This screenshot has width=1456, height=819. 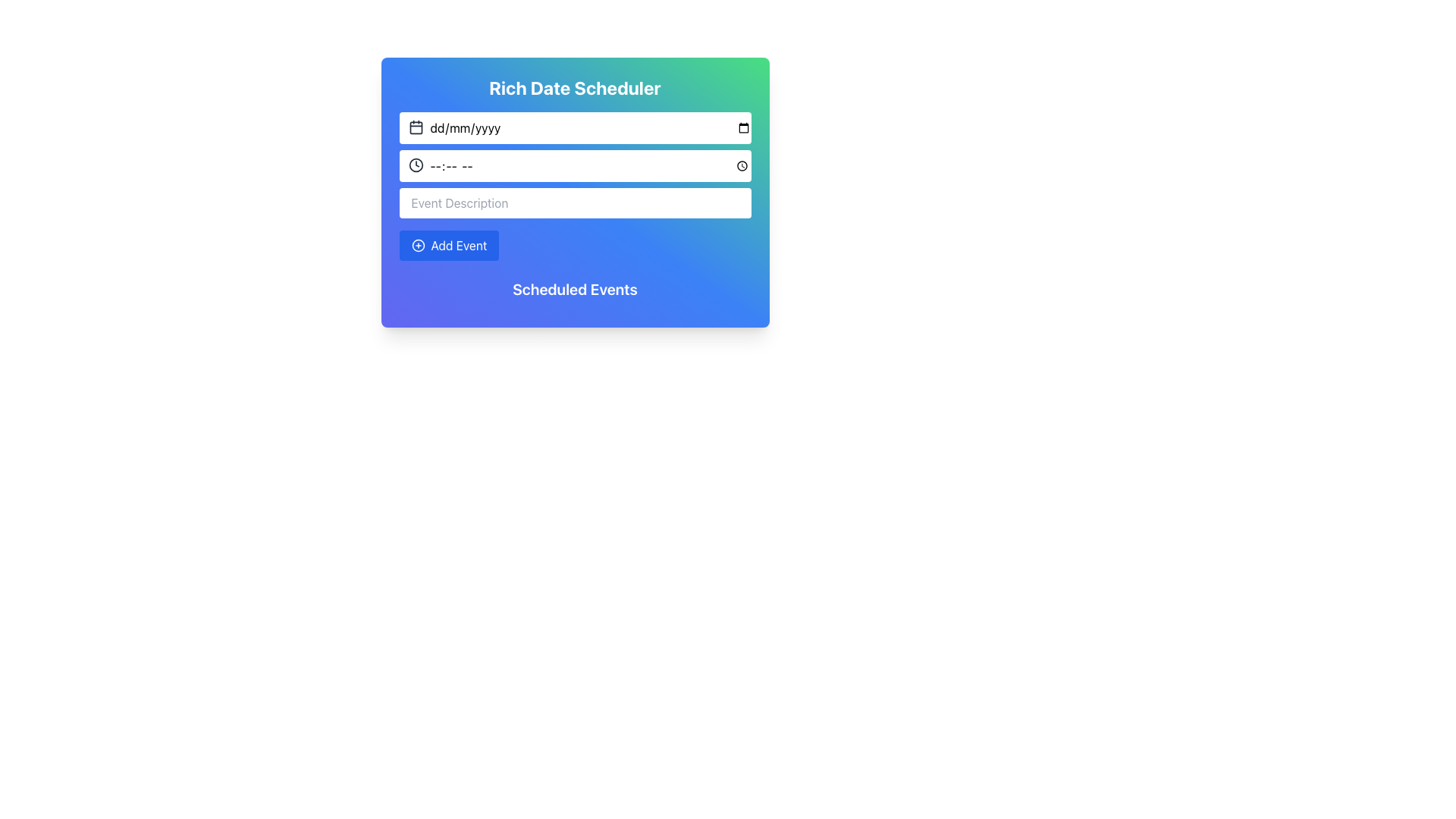 What do you see at coordinates (418, 245) in the screenshot?
I see `the decorative SVG circle that forms the base of the plus-circle icon within the 'Add Event' button` at bounding box center [418, 245].